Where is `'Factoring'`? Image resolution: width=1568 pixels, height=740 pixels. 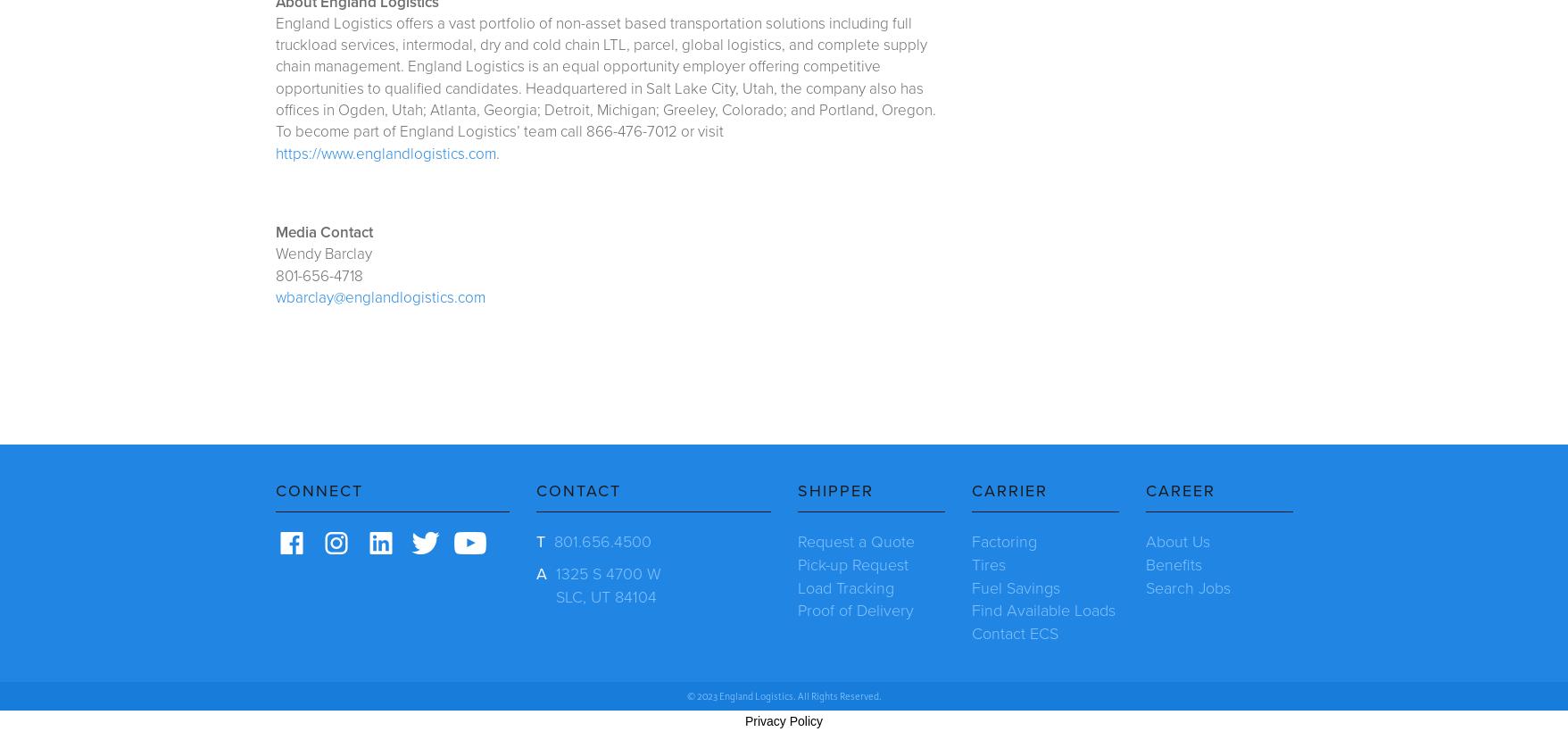 'Factoring' is located at coordinates (1003, 541).